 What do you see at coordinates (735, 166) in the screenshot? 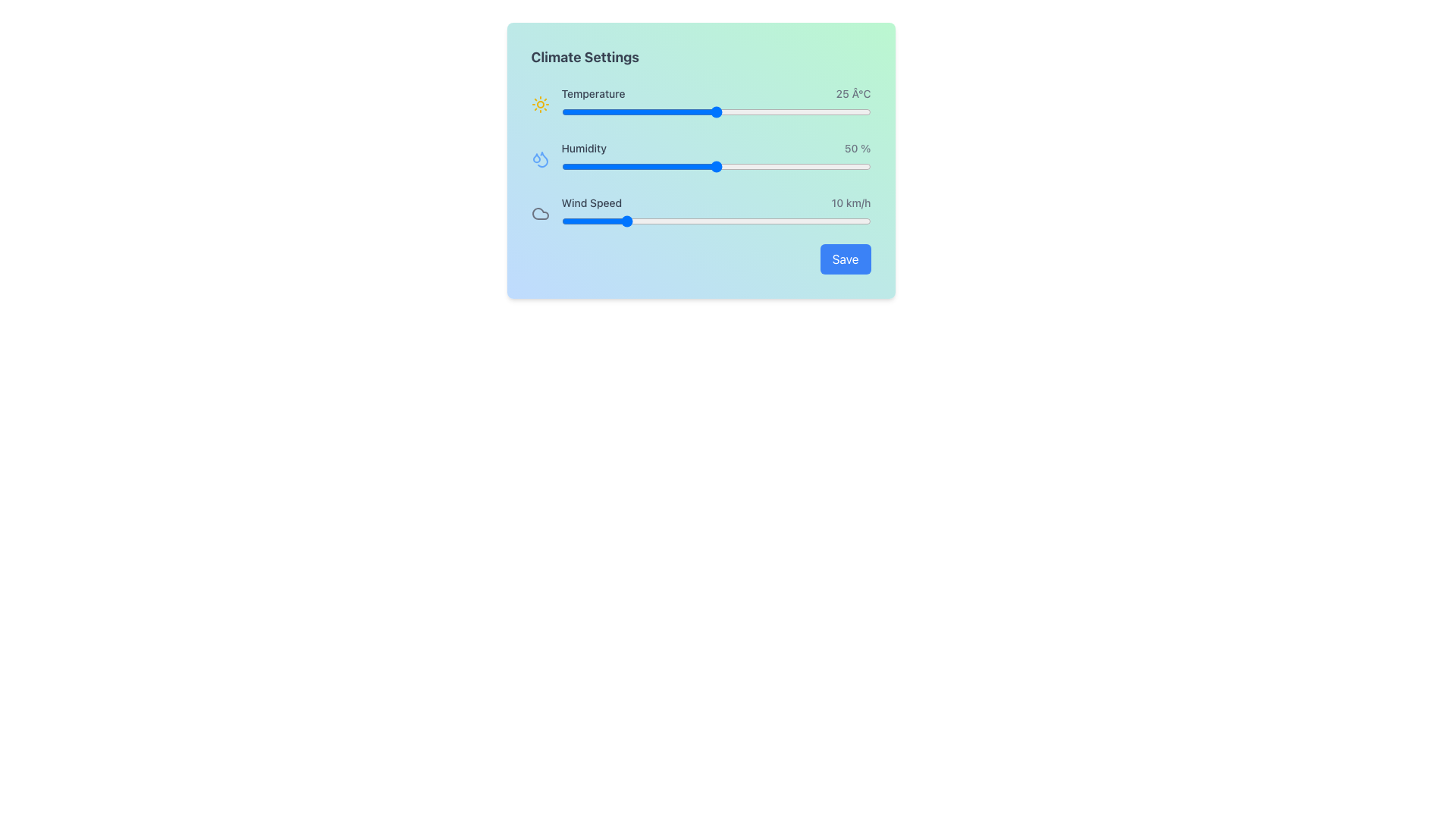
I see `the humidity` at bounding box center [735, 166].